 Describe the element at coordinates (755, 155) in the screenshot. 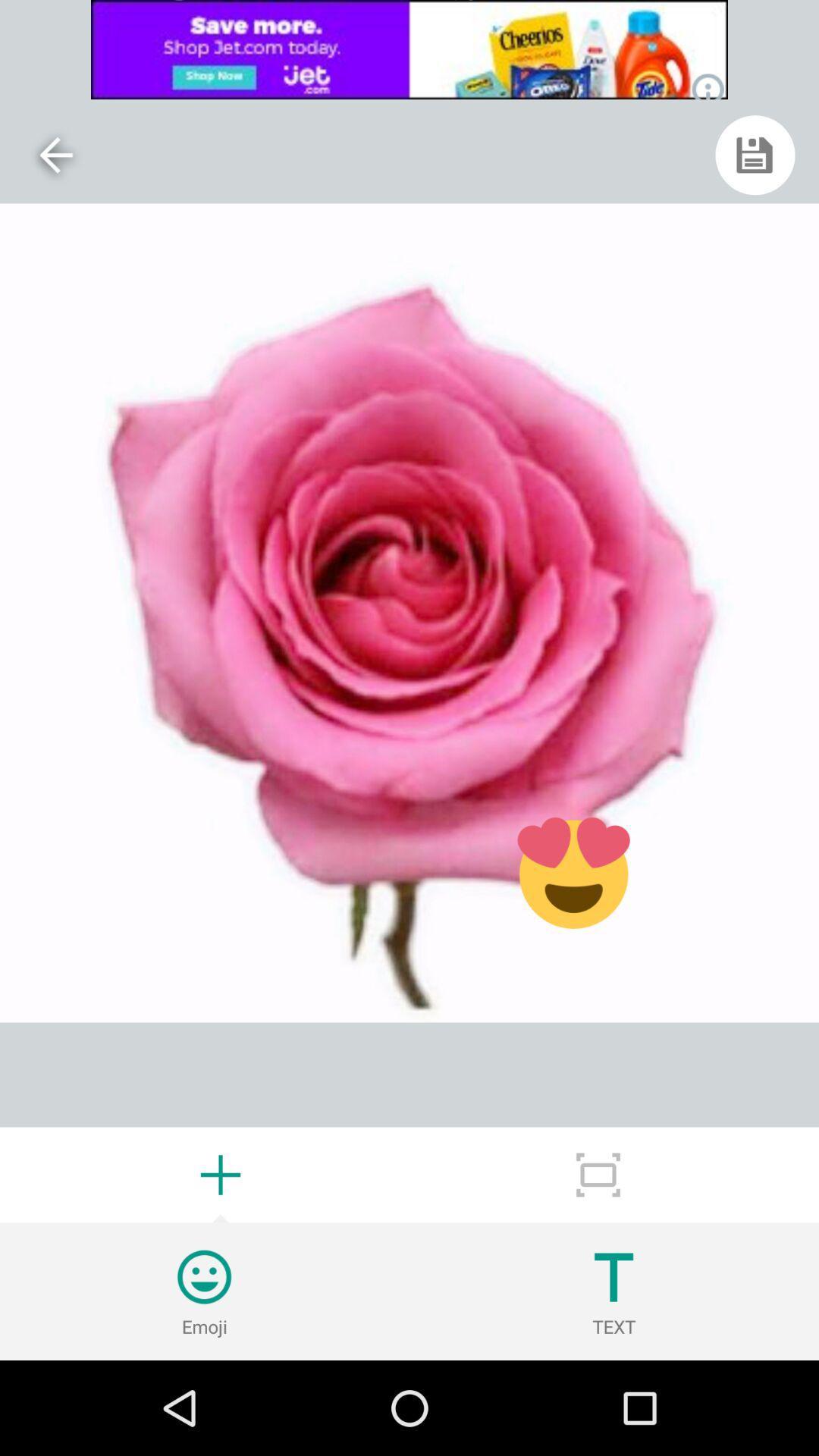

I see `the save icon` at that location.